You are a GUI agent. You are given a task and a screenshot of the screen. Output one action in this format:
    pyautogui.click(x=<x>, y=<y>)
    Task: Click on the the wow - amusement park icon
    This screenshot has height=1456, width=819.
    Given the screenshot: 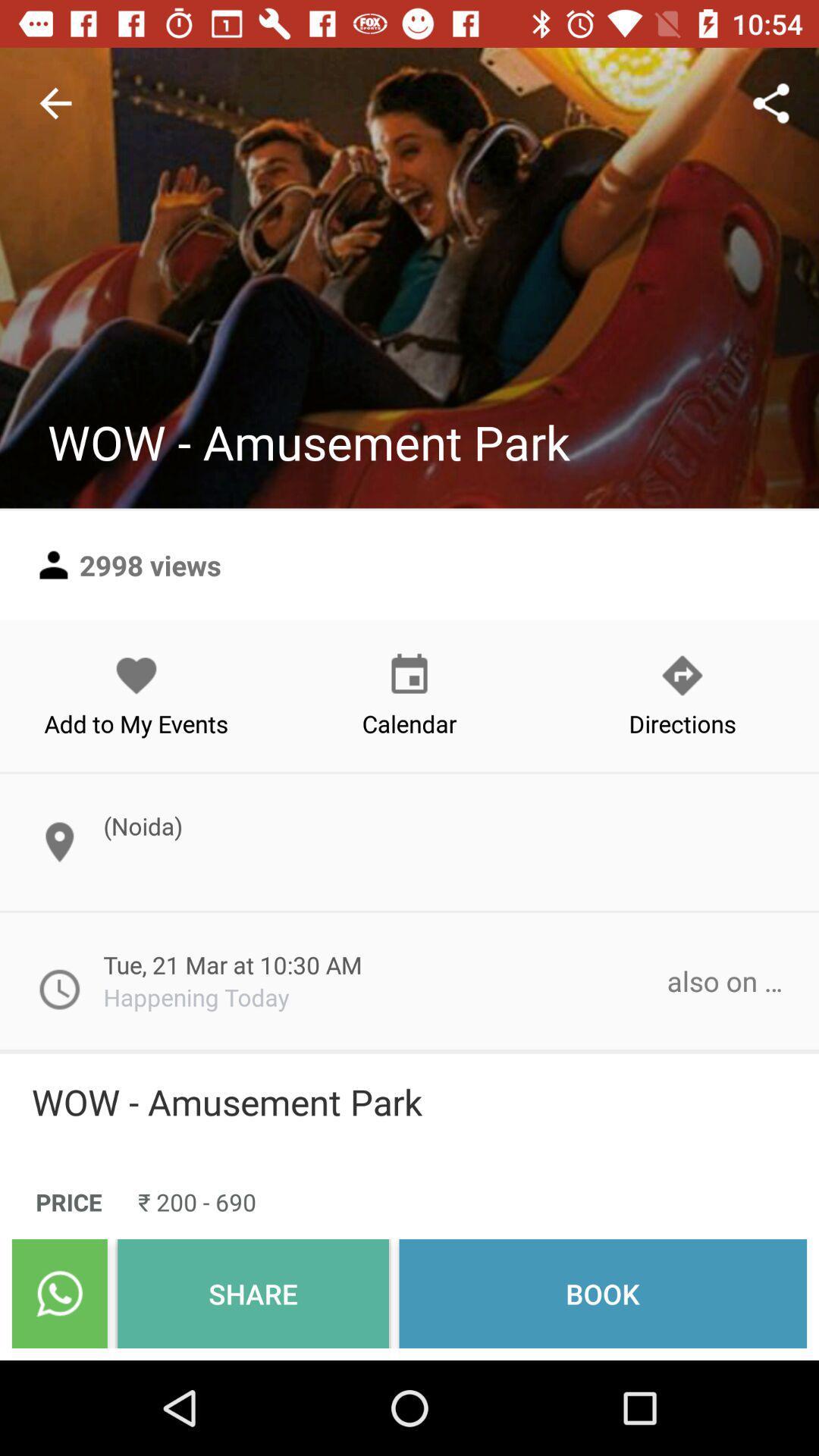 What is the action you would take?
    pyautogui.click(x=409, y=1102)
    